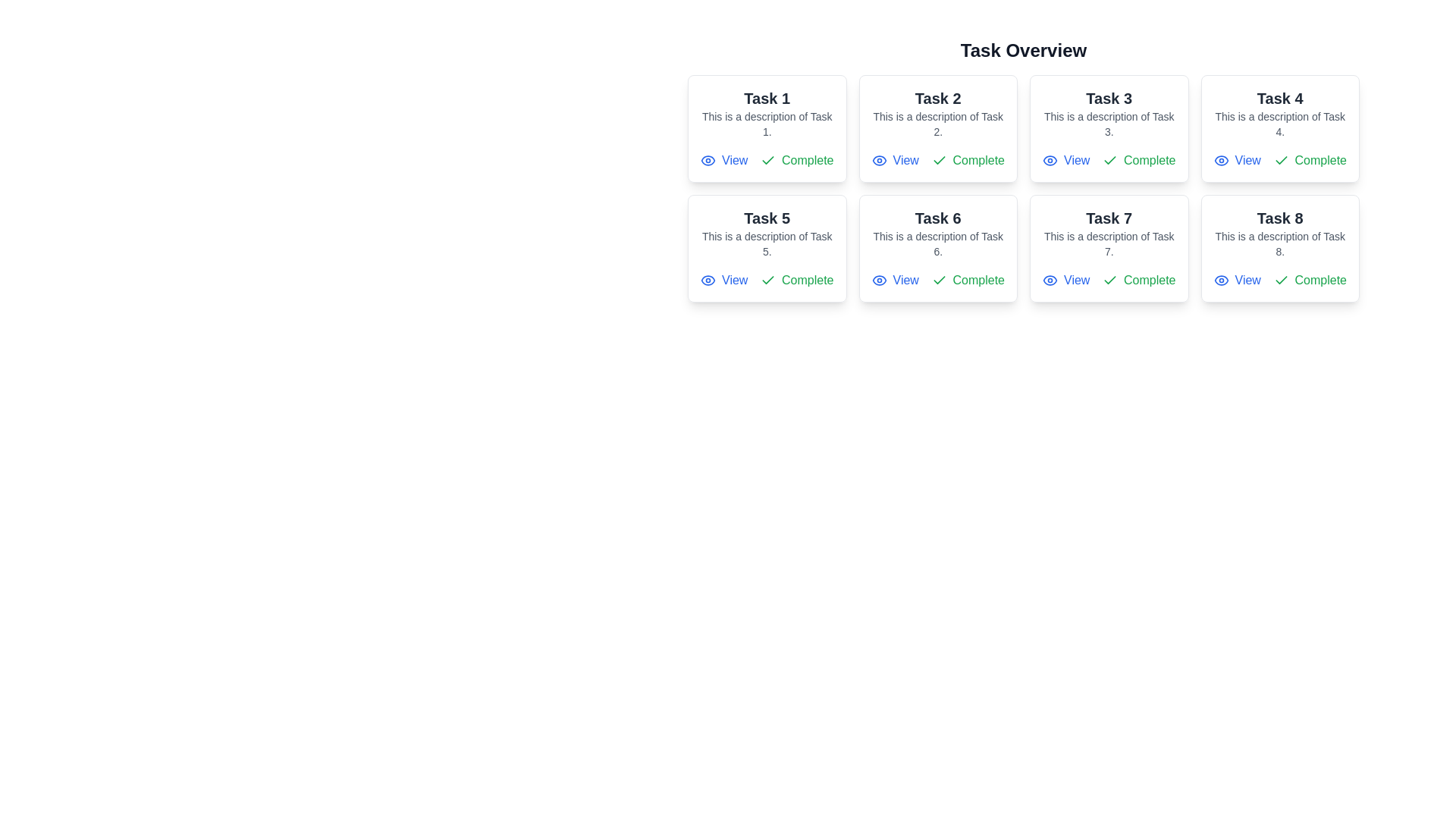  Describe the element at coordinates (723, 161) in the screenshot. I see `the blue eye icon button labeled 'View' located in the 'Task 1' card` at that location.